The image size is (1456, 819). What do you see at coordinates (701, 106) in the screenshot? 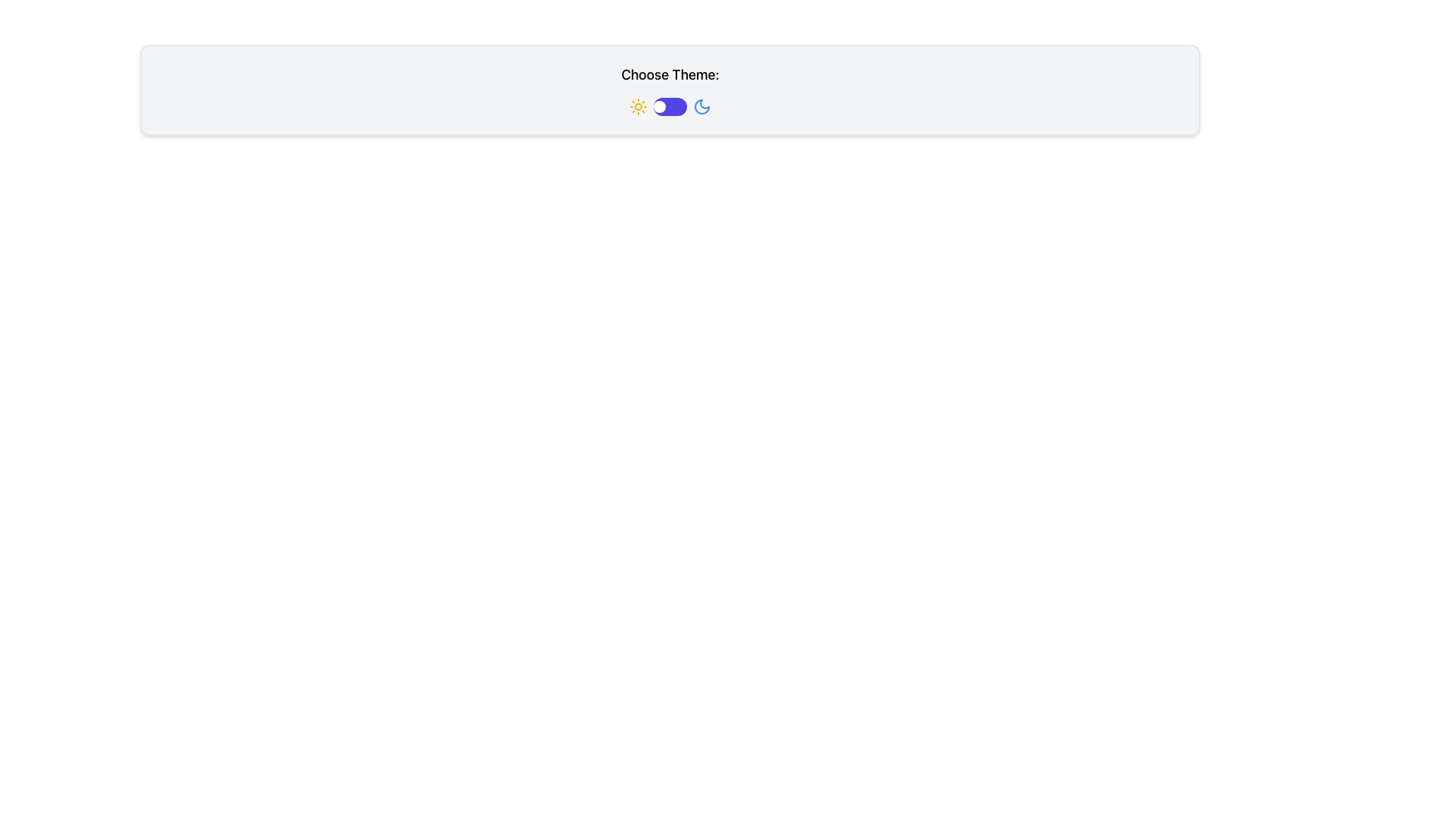
I see `the dark mode theme icon, which is a static indicator representing the darker theme, located to the right of the toggle button and next to the sun icon` at bounding box center [701, 106].